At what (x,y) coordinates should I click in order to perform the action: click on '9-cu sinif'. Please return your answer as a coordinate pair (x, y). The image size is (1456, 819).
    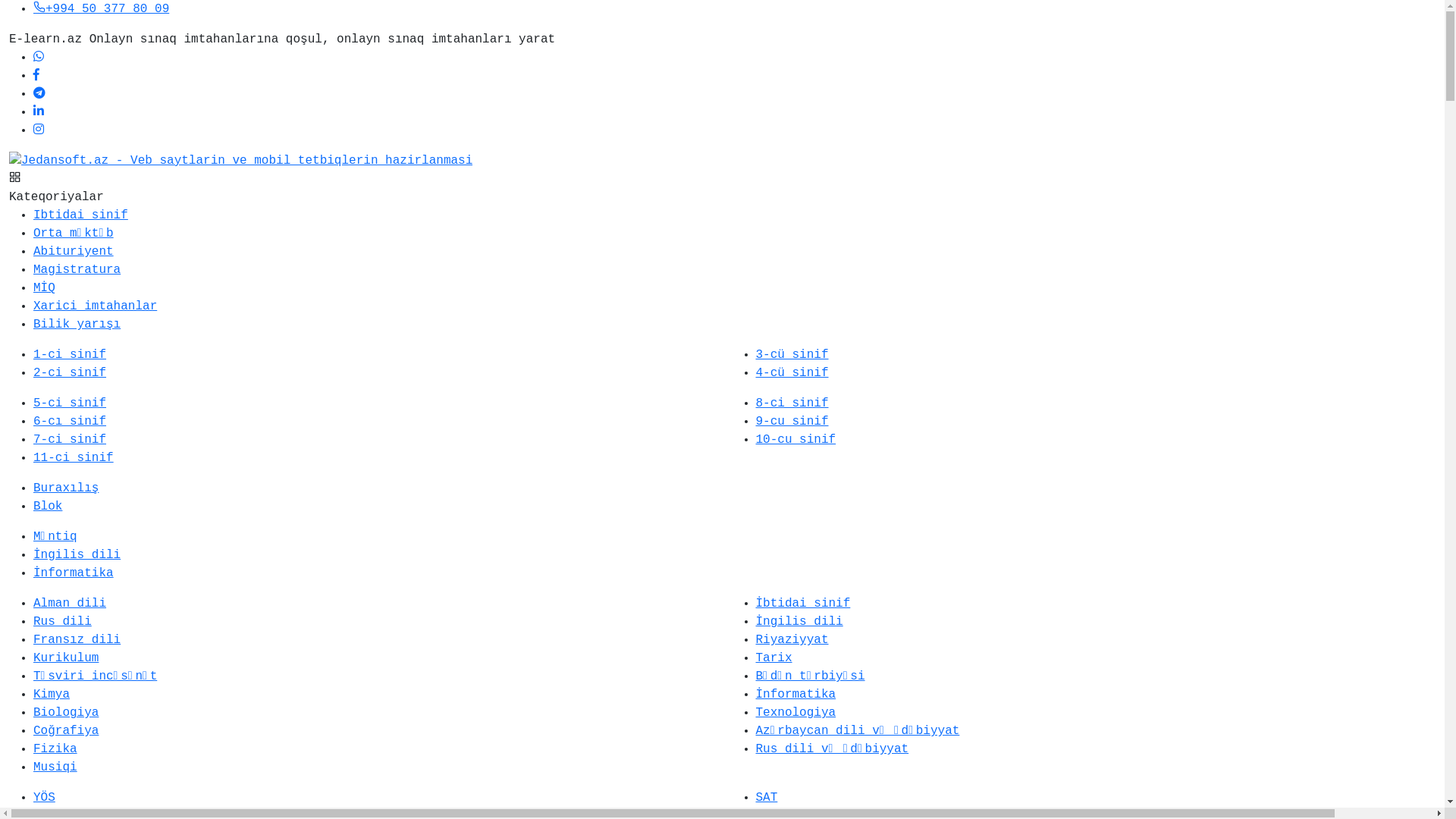
    Looking at the image, I should click on (790, 421).